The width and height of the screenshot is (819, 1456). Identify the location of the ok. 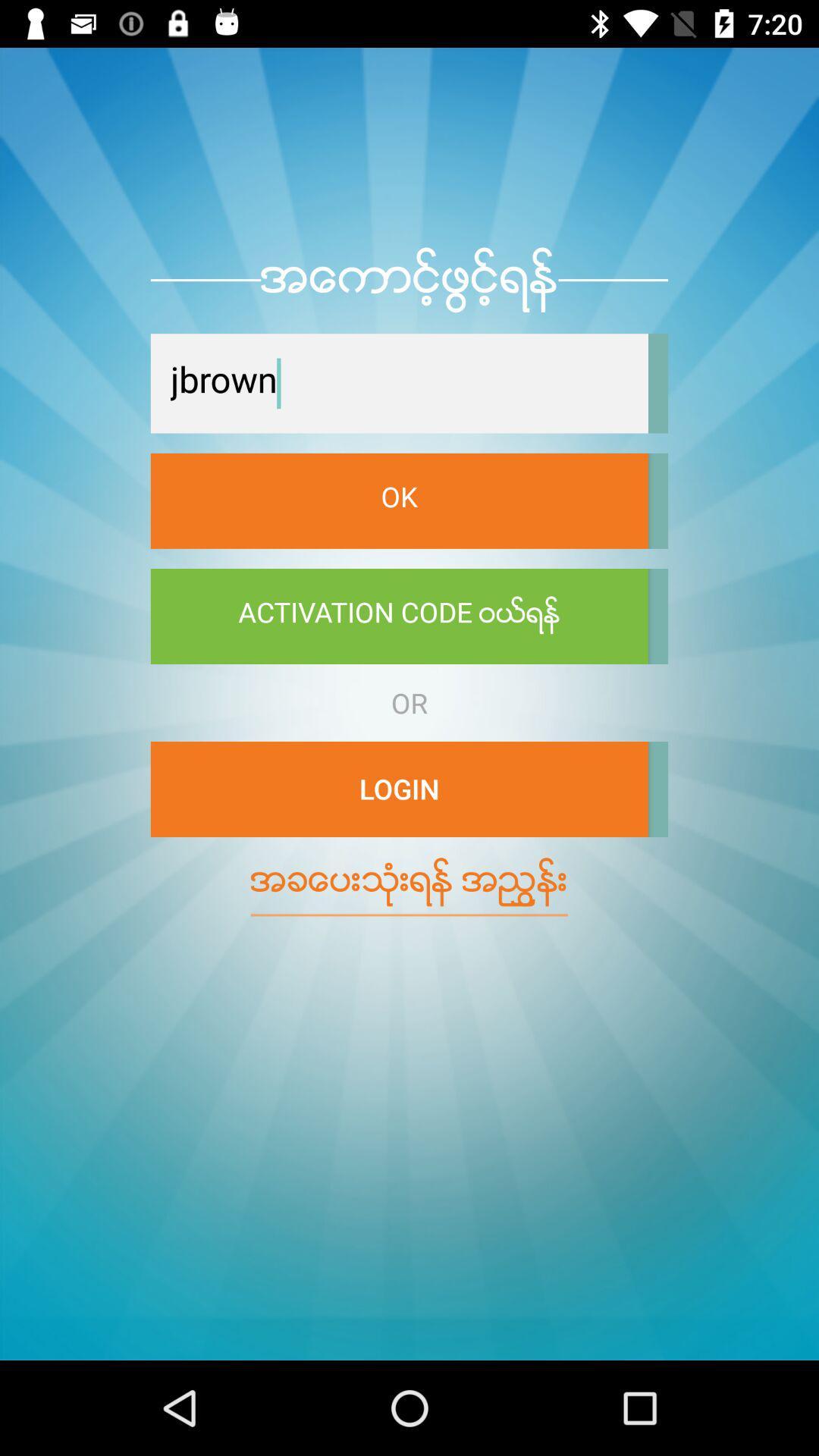
(398, 500).